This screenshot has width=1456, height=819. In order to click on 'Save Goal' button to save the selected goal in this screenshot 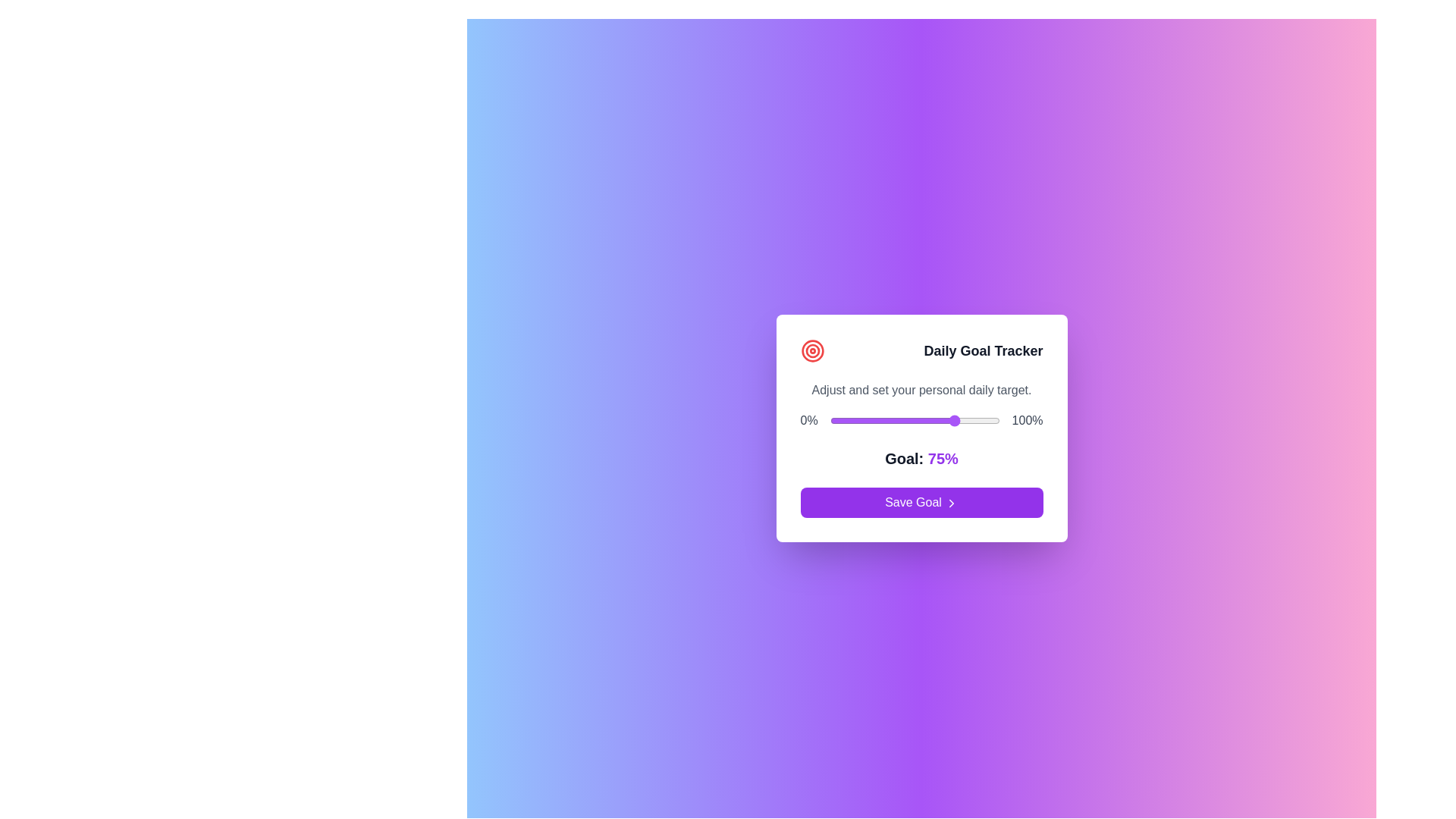, I will do `click(921, 503)`.